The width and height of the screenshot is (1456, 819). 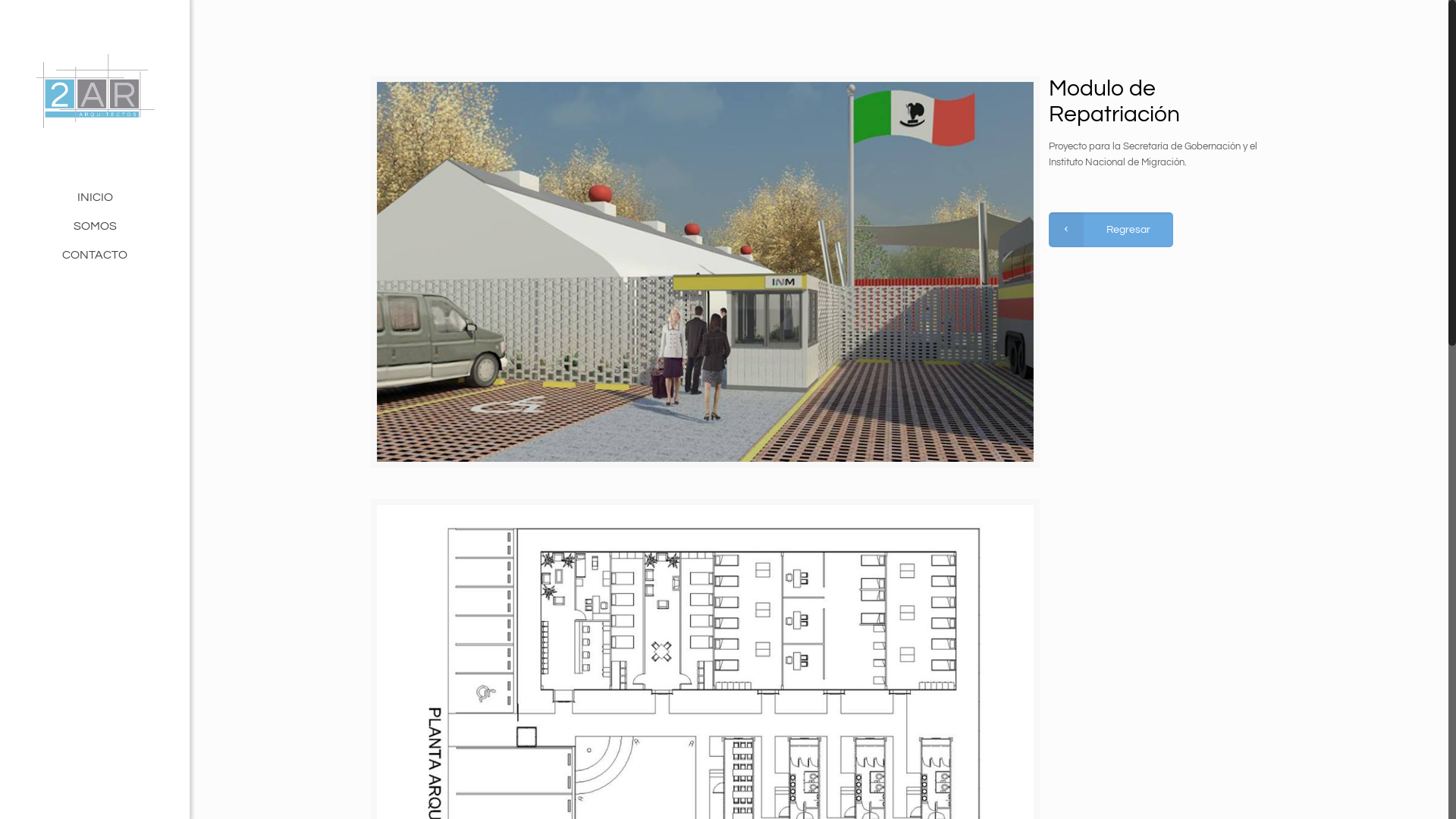 What do you see at coordinates (93, 253) in the screenshot?
I see `'CONTACTO'` at bounding box center [93, 253].